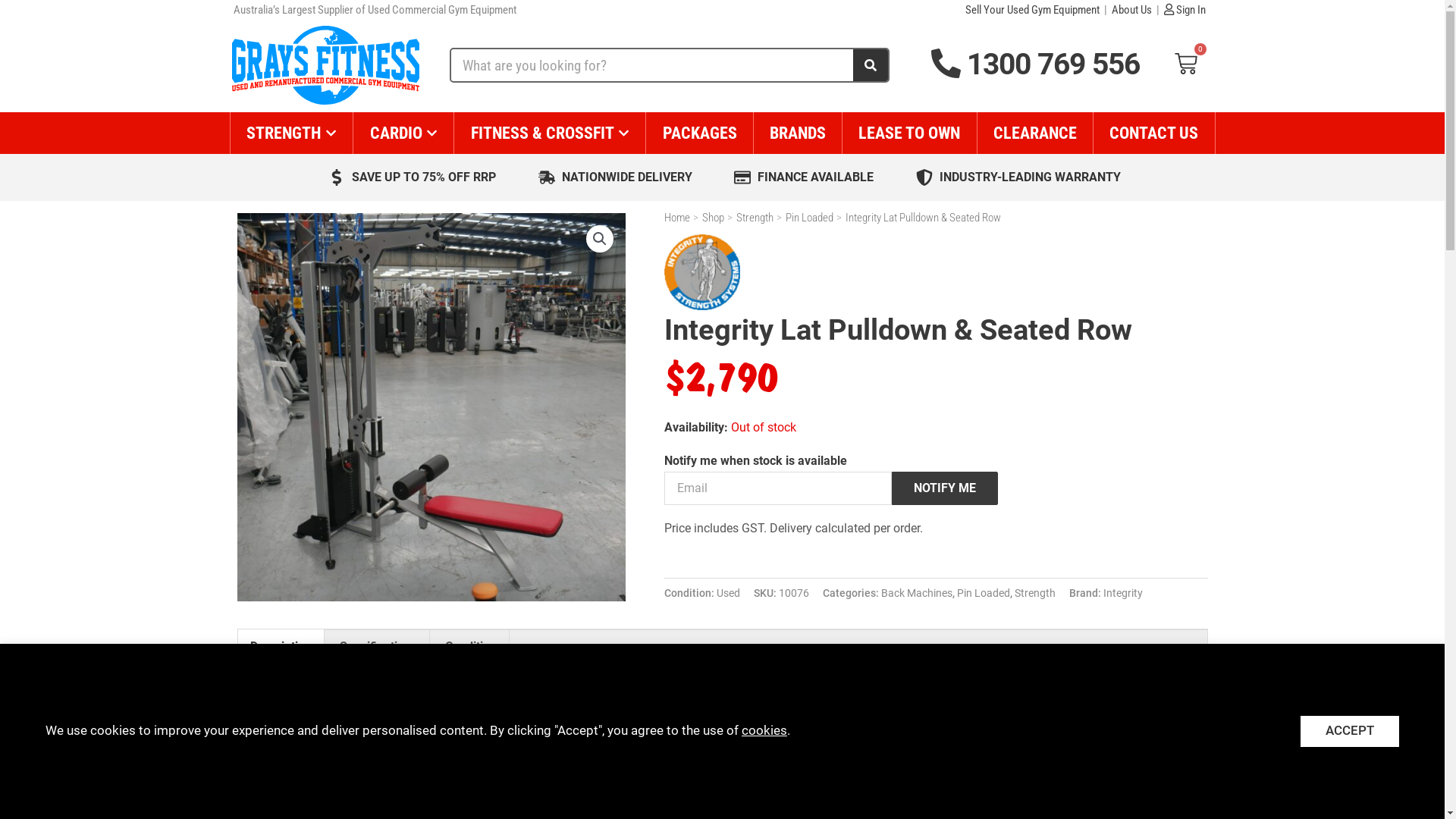 This screenshot has height=819, width=1456. What do you see at coordinates (676, 217) in the screenshot?
I see `'Home'` at bounding box center [676, 217].